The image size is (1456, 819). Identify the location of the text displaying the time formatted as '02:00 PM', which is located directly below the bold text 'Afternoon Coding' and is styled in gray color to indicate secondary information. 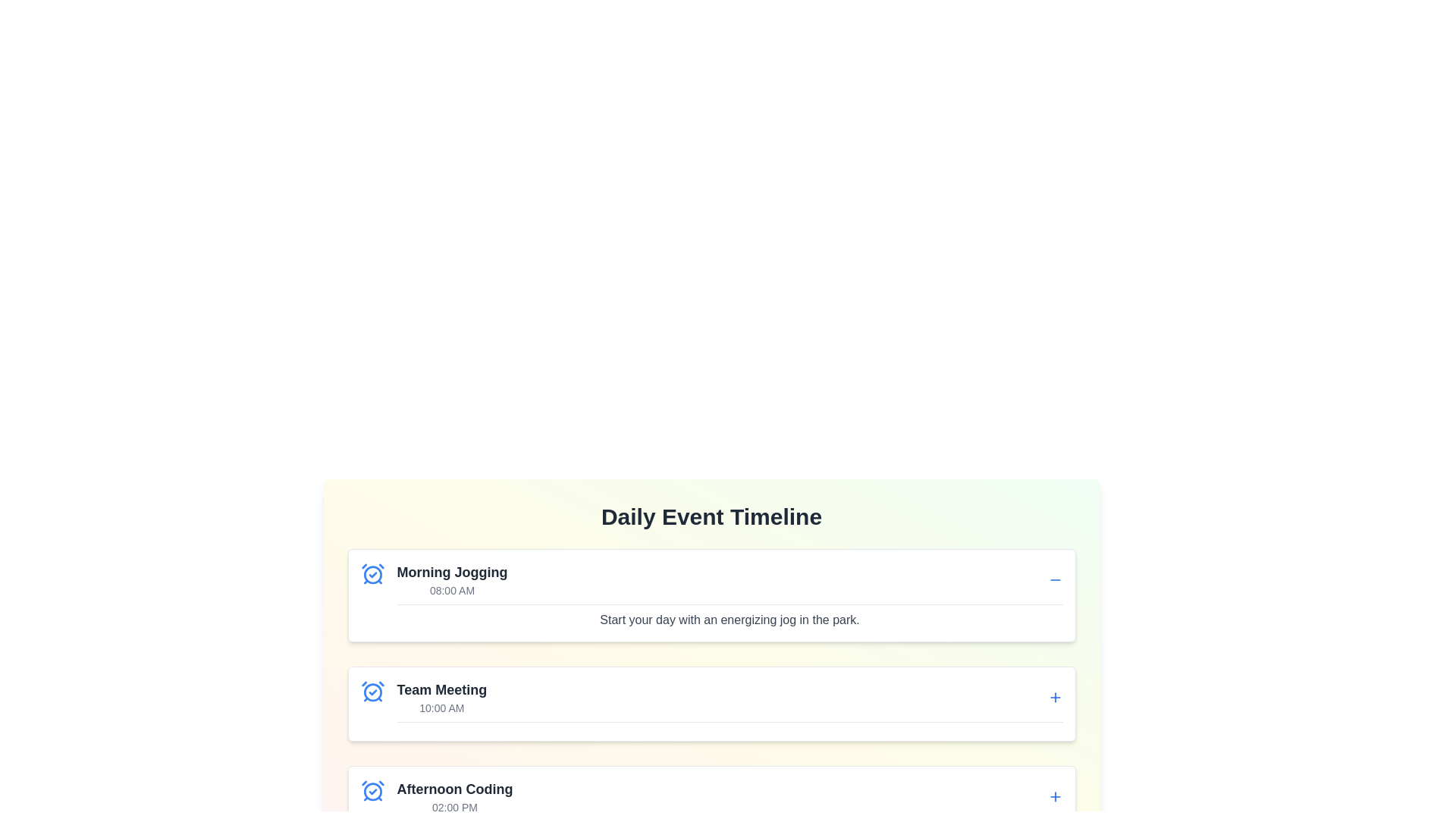
(454, 806).